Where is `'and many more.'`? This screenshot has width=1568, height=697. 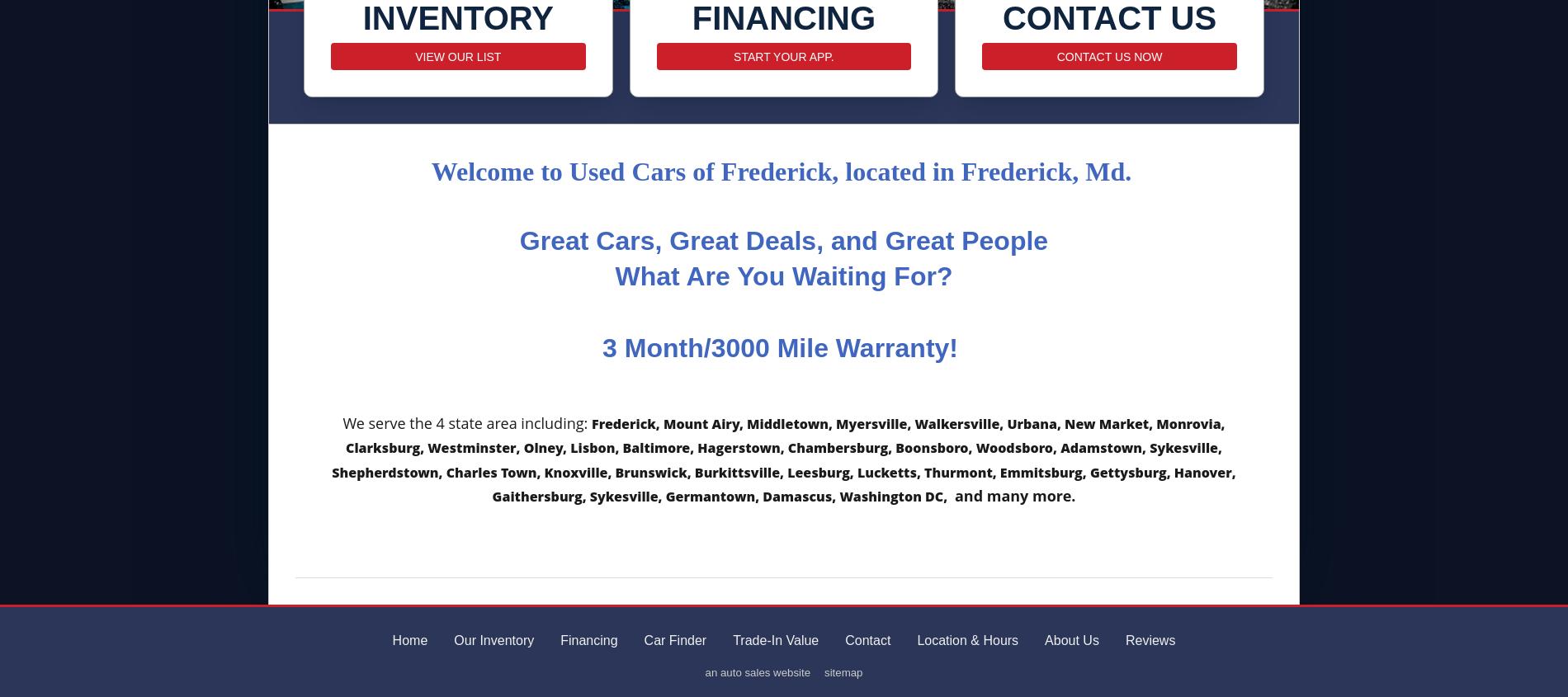
'and many more.' is located at coordinates (1013, 495).